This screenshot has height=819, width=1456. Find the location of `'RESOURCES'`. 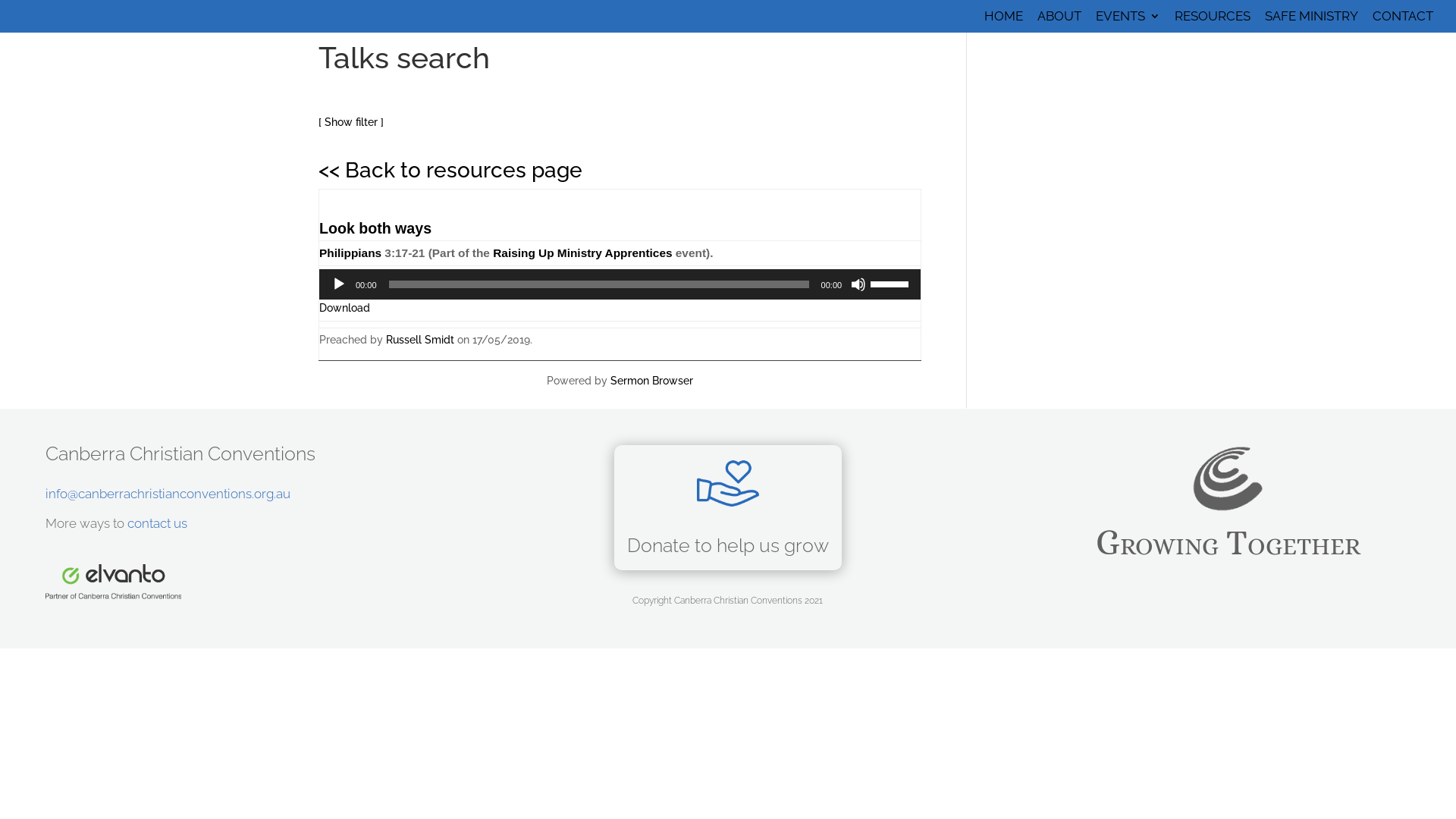

'RESOURCES' is located at coordinates (1211, 20).